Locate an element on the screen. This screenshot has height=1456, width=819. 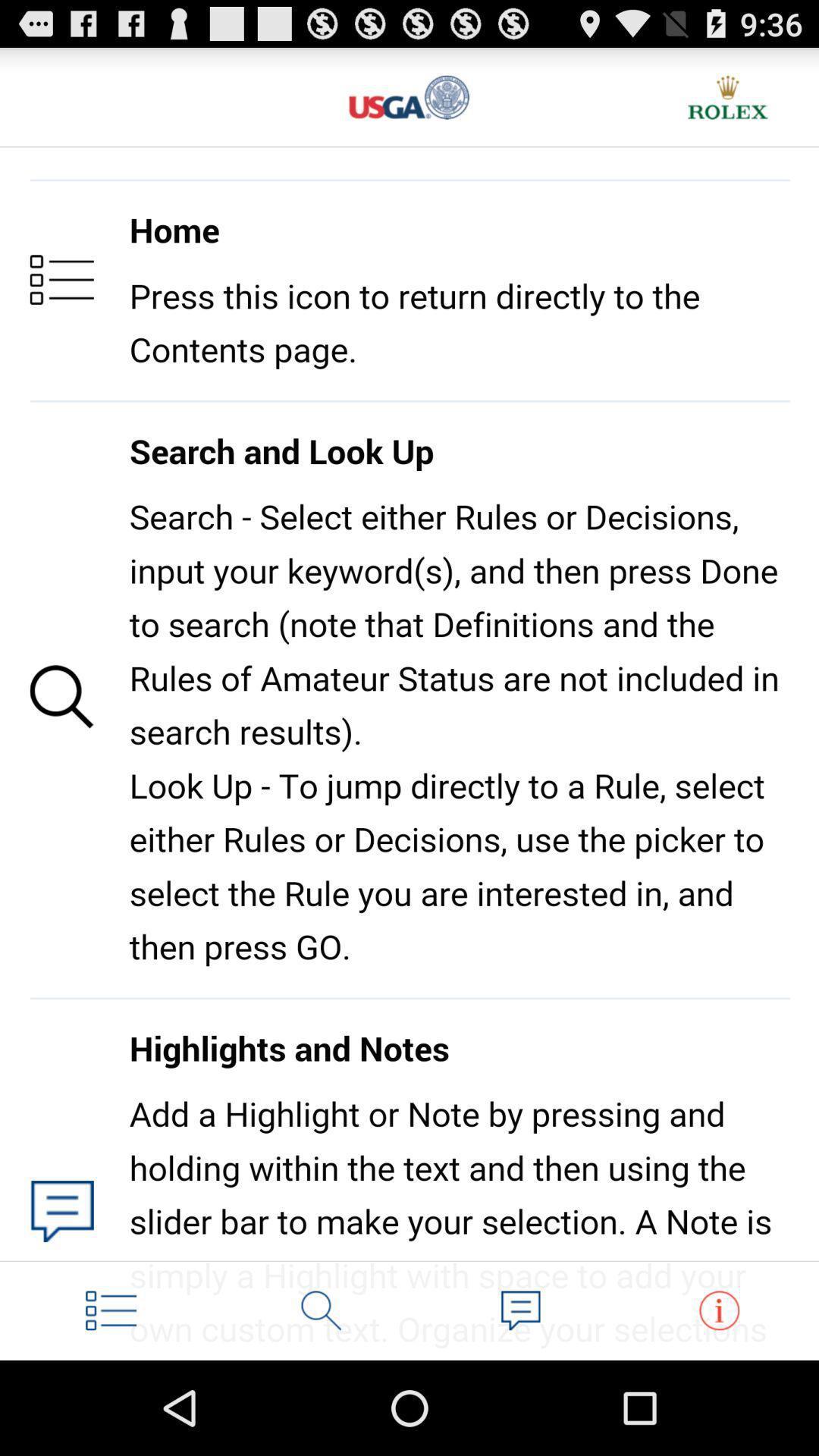
search bar is located at coordinates (321, 1310).